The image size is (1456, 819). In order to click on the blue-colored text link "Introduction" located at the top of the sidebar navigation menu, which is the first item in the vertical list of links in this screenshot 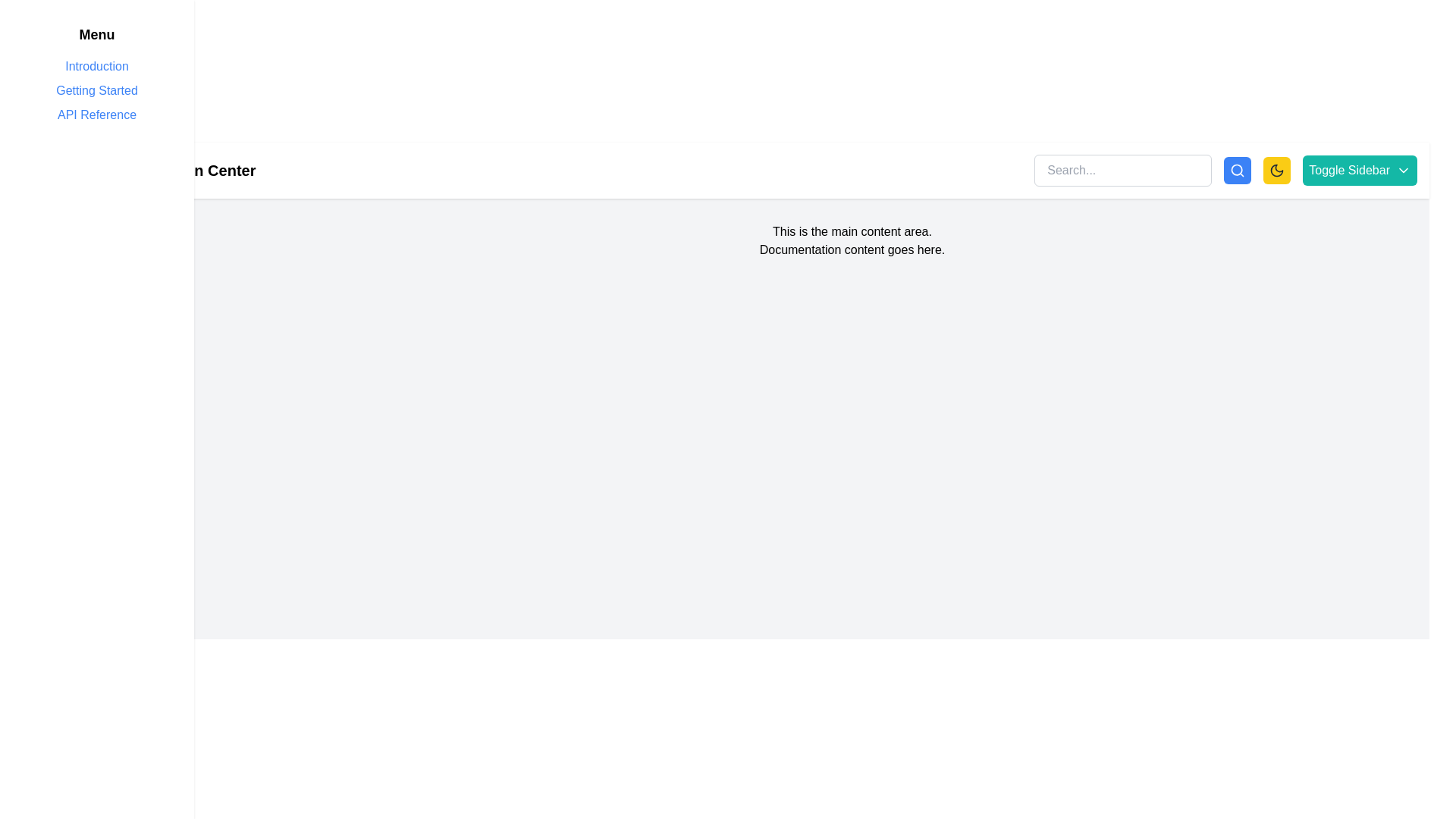, I will do `click(96, 66)`.